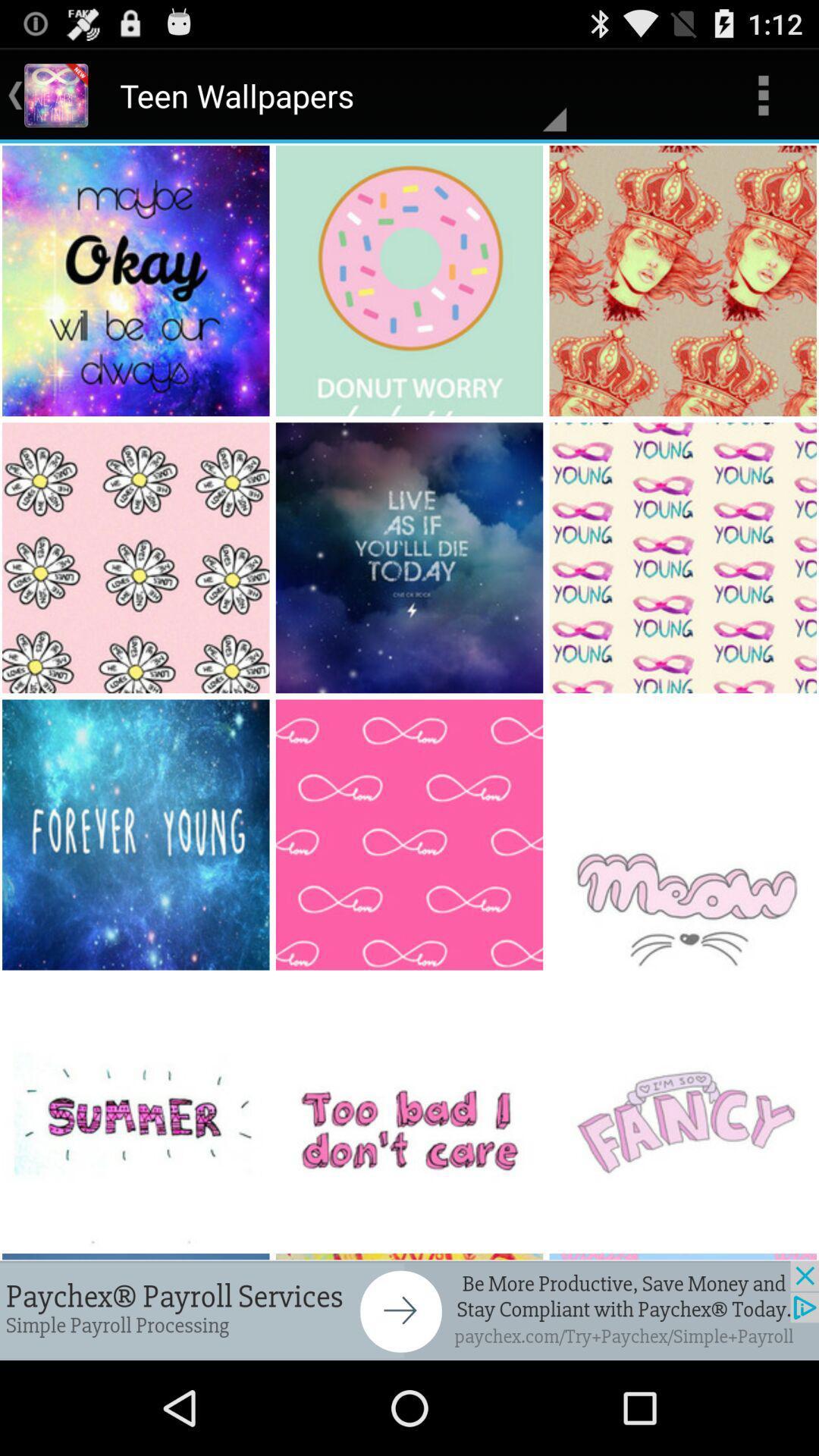  What do you see at coordinates (410, 834) in the screenshot?
I see `second image in third row from left` at bounding box center [410, 834].